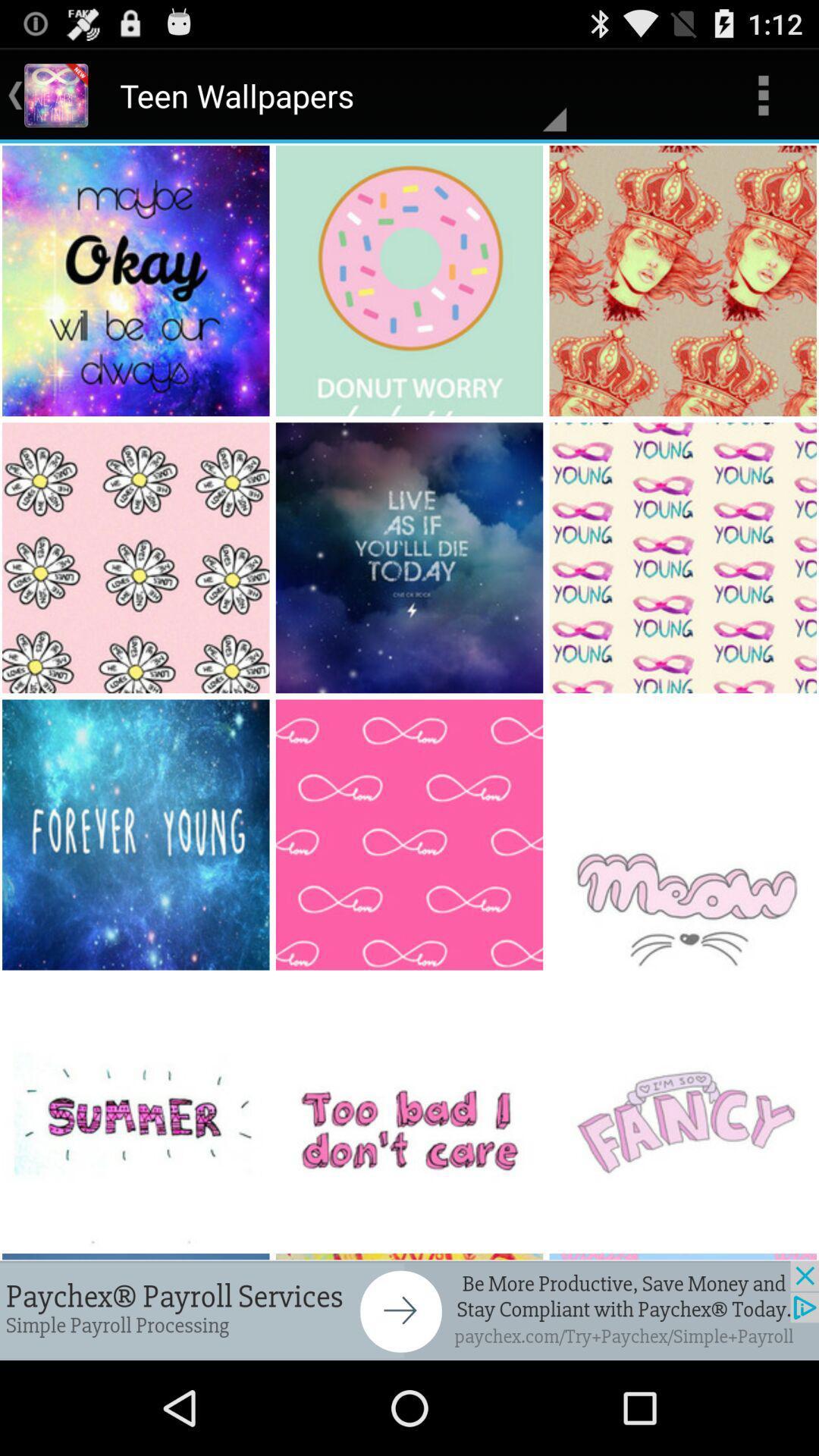  What do you see at coordinates (410, 834) in the screenshot?
I see `second image in third row from left` at bounding box center [410, 834].